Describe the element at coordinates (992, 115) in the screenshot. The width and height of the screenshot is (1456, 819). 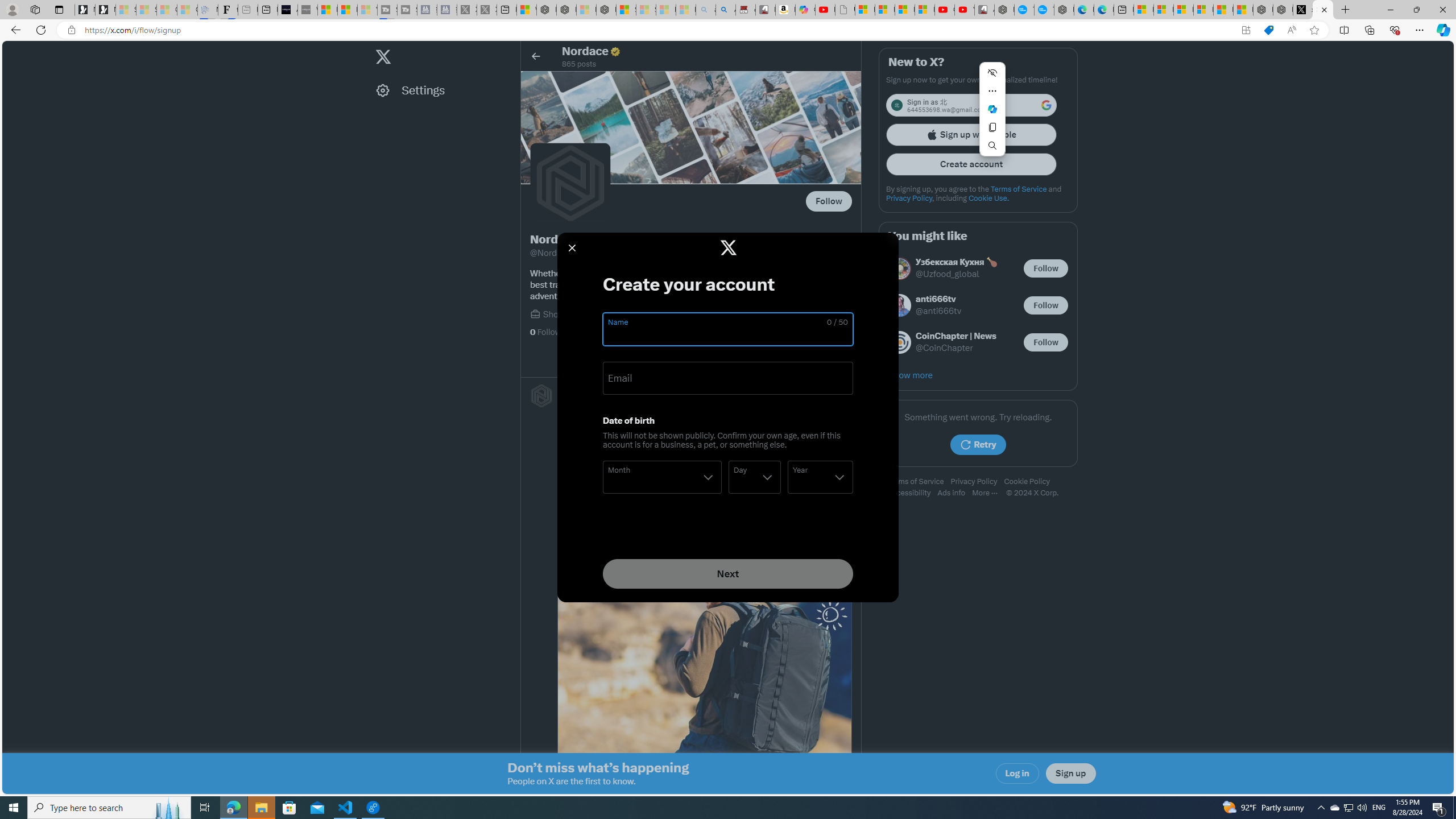
I see `'Mini menu on text selection'` at that location.